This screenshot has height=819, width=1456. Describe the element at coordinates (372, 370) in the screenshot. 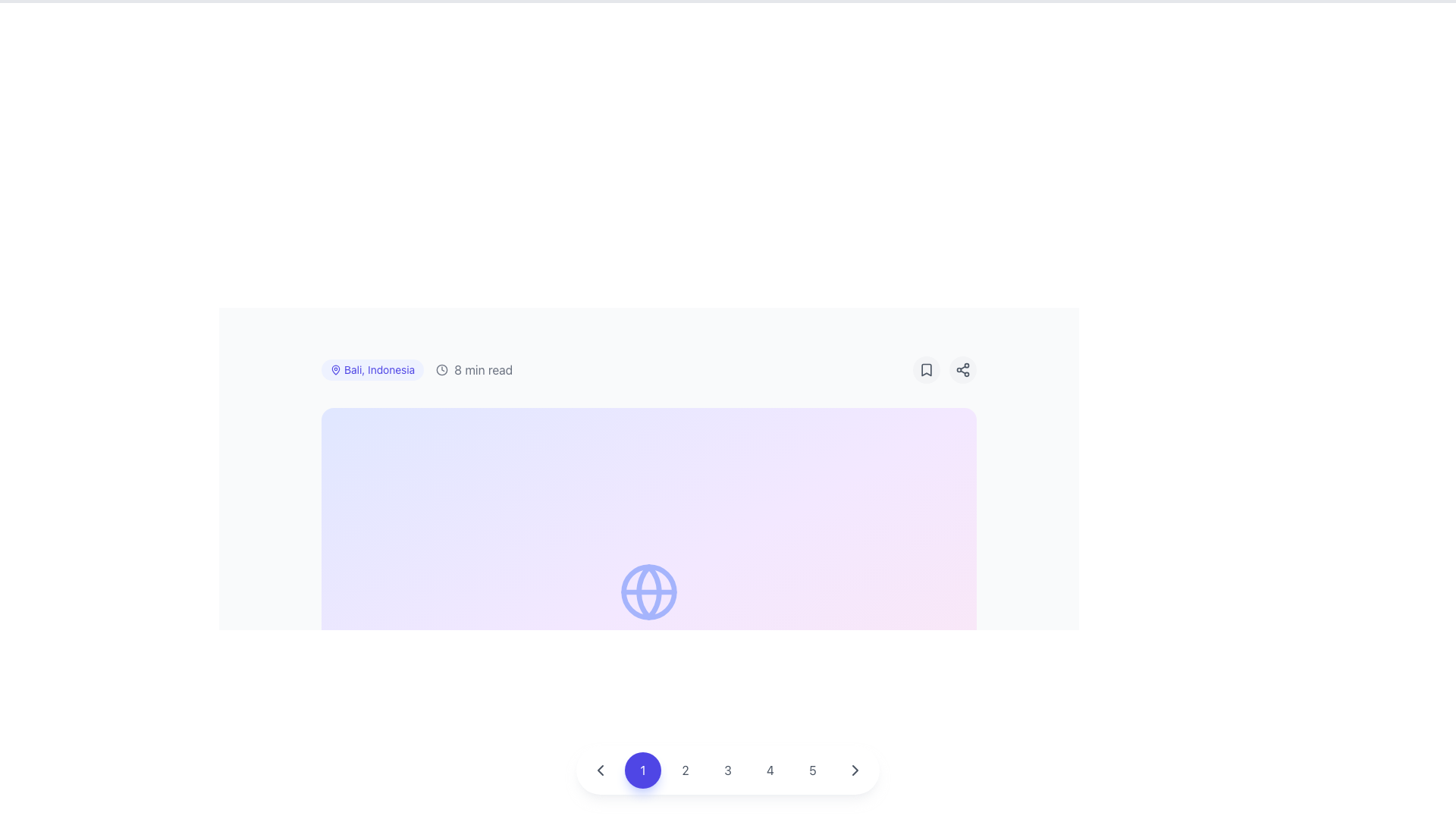

I see `the label displaying 'Bali, Indonesia' which is a rounded rectangle with a light indigo background and dark indigo text, accompanied by a location pin icon` at that location.